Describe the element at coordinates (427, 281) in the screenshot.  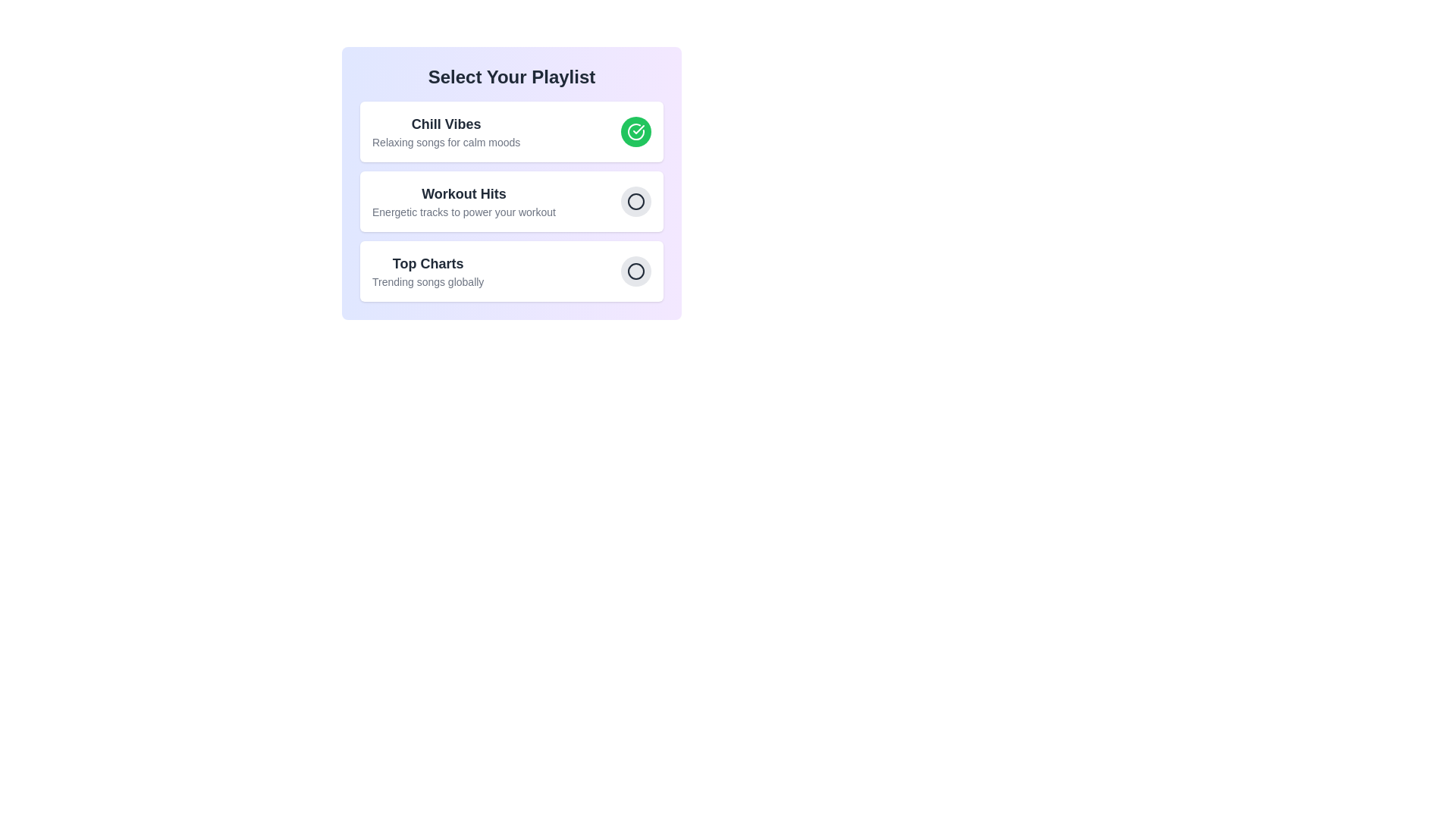
I see `the description of the playlist Top Charts` at that location.